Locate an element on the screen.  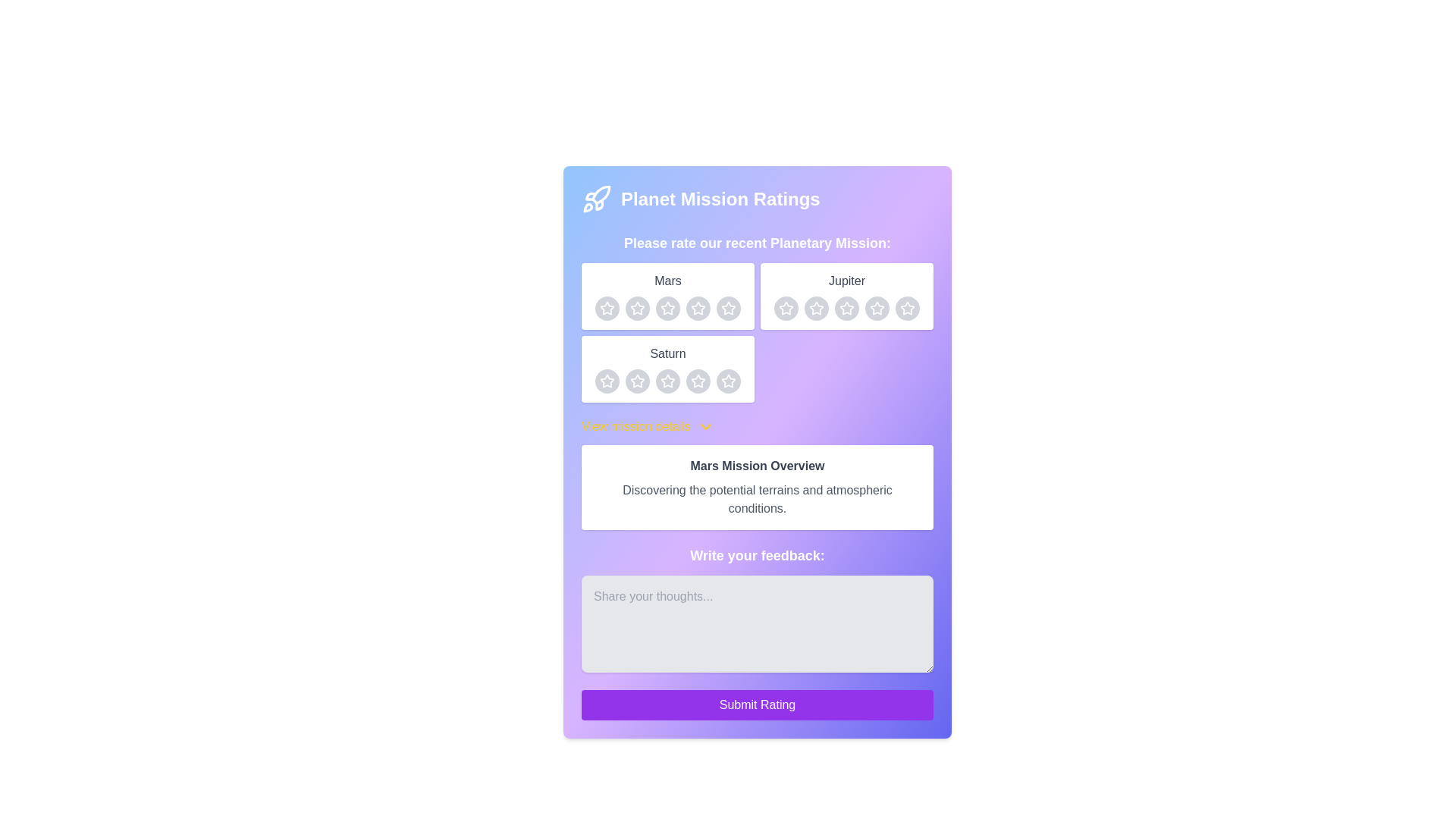
the third rating star icon in the Saturn section of the rating interface is located at coordinates (667, 380).